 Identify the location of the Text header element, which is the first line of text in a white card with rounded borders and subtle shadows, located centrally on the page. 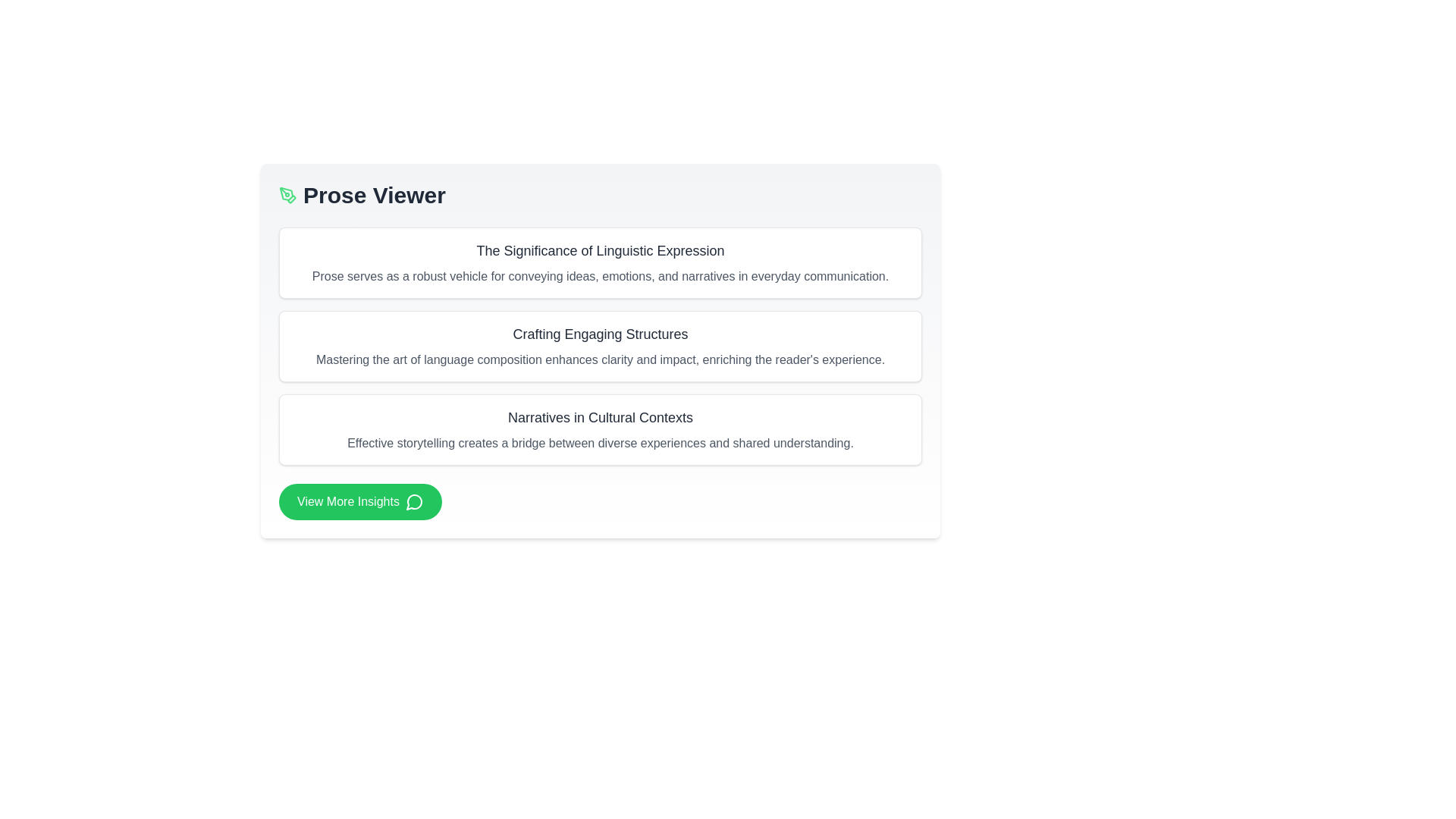
(600, 333).